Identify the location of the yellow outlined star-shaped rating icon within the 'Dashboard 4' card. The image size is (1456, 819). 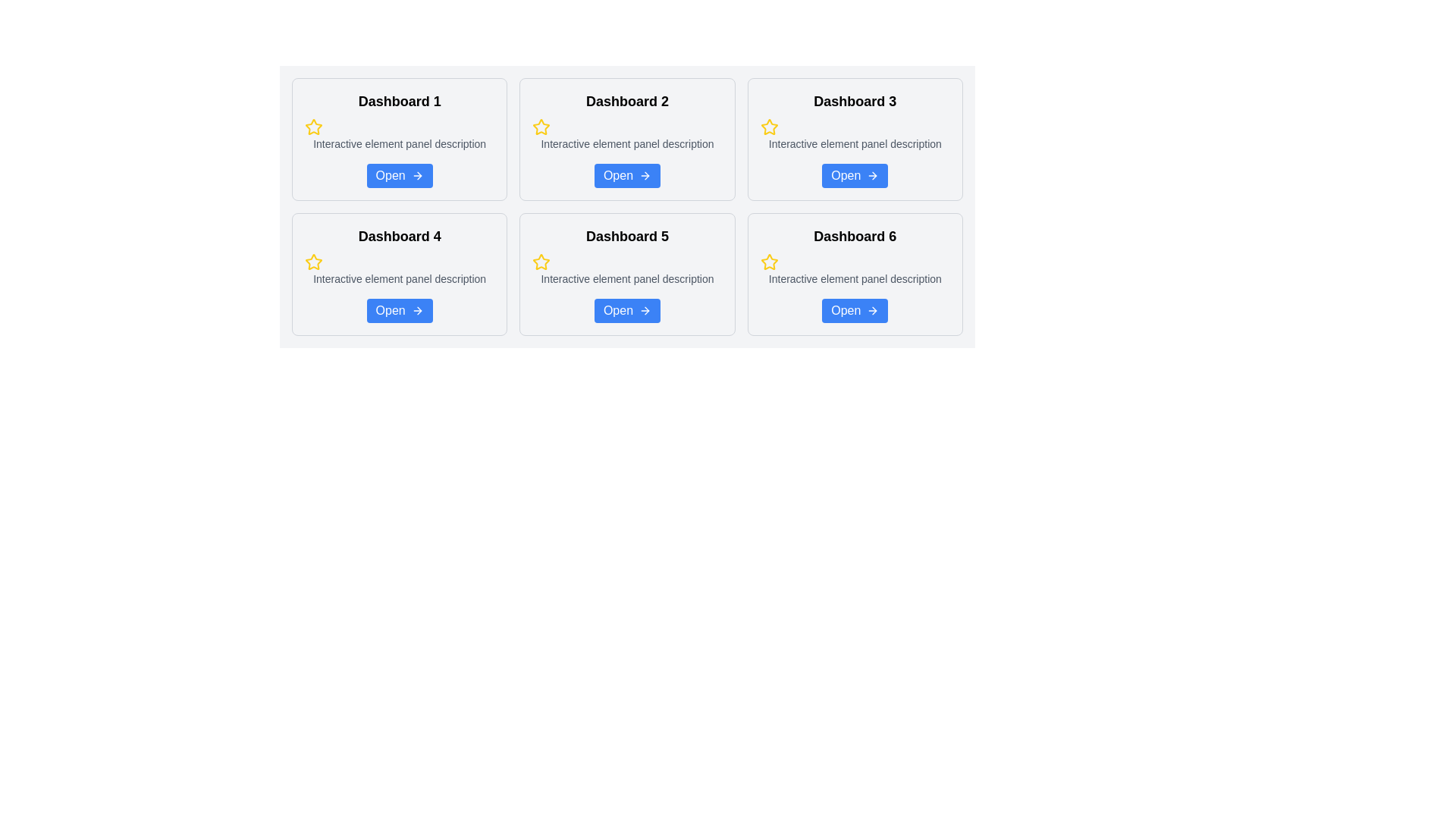
(312, 262).